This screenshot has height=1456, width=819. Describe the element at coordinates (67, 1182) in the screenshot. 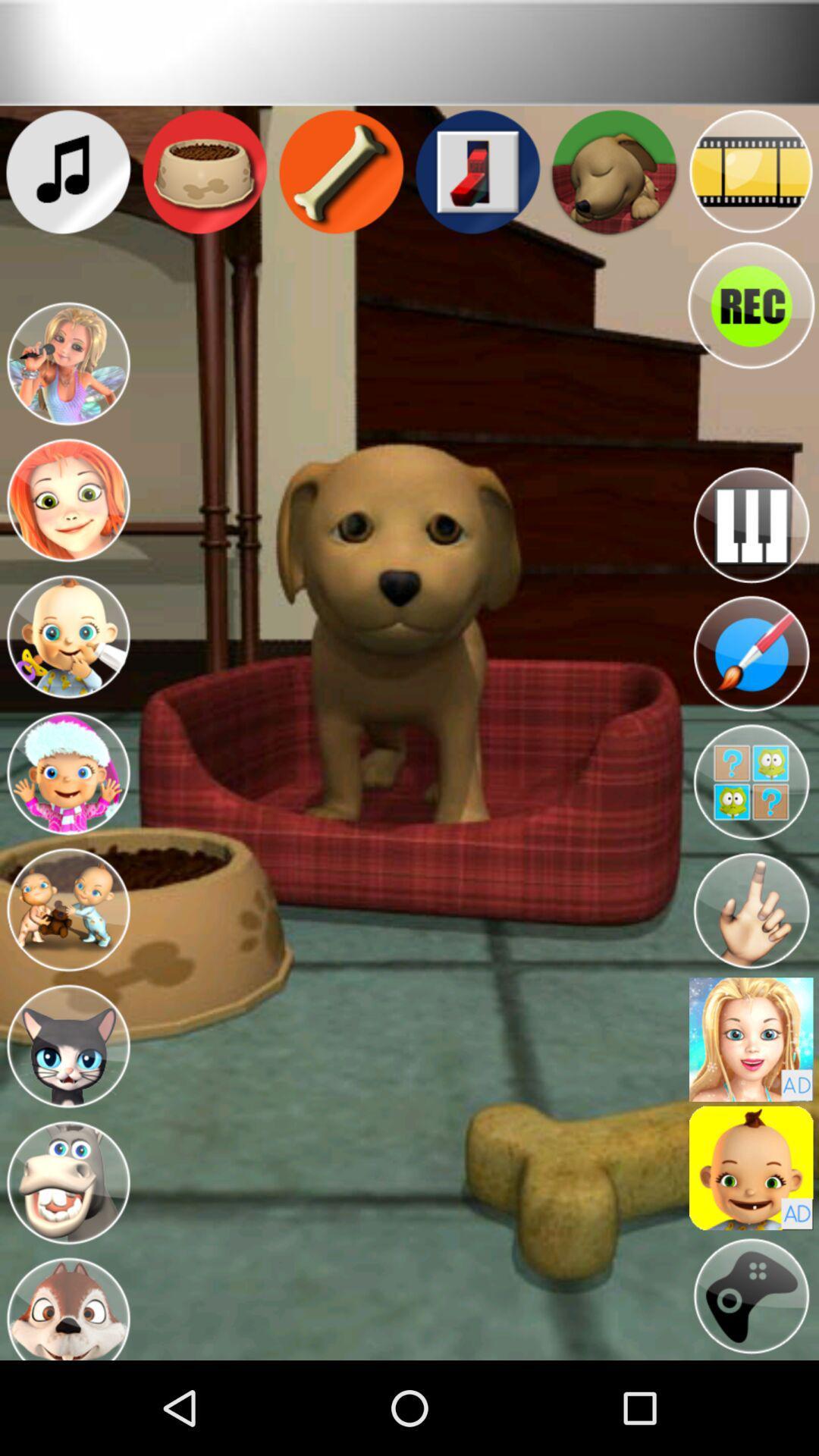

I see `switch to hippo character` at that location.